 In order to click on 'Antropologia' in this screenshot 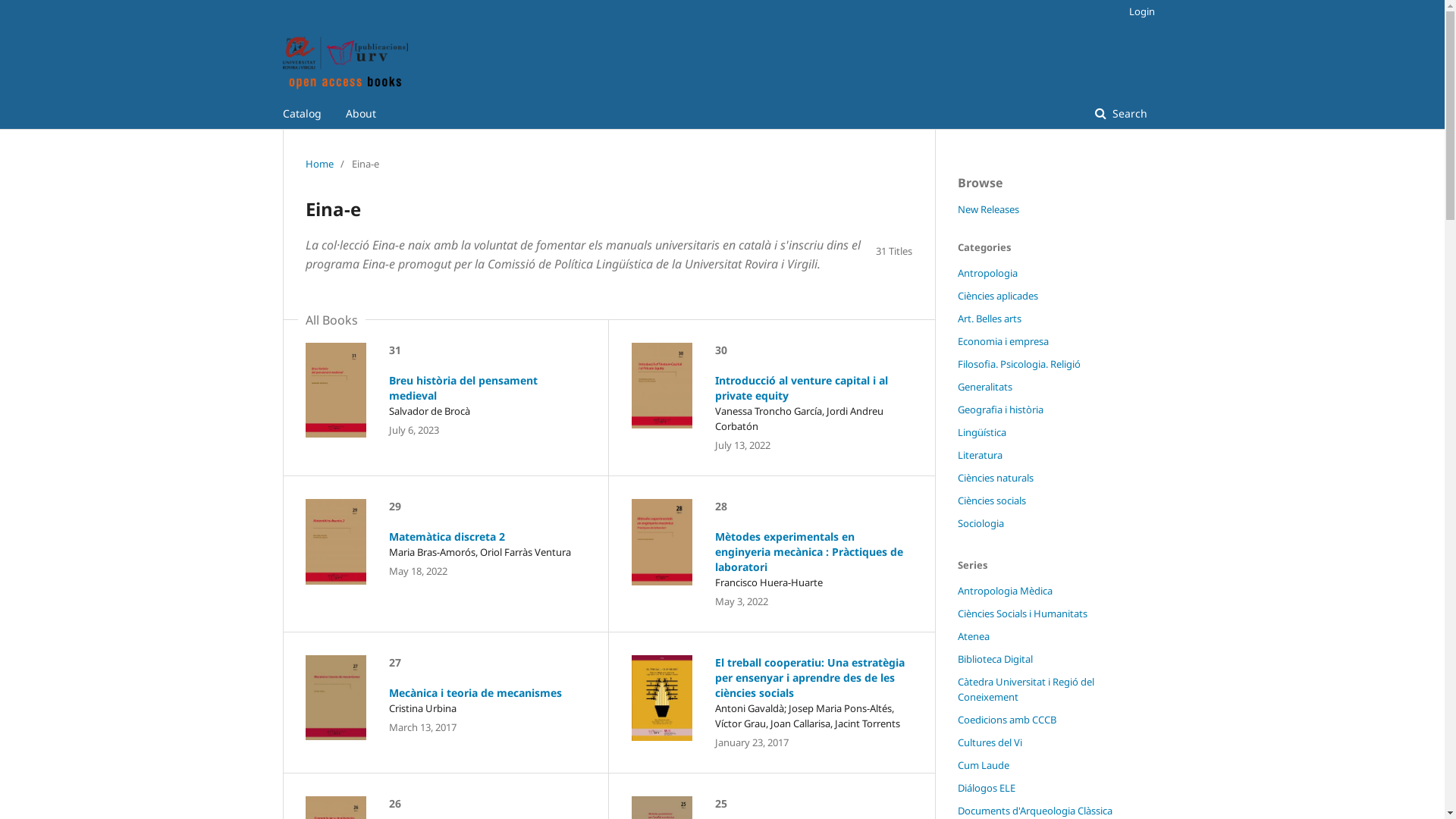, I will do `click(987, 271)`.